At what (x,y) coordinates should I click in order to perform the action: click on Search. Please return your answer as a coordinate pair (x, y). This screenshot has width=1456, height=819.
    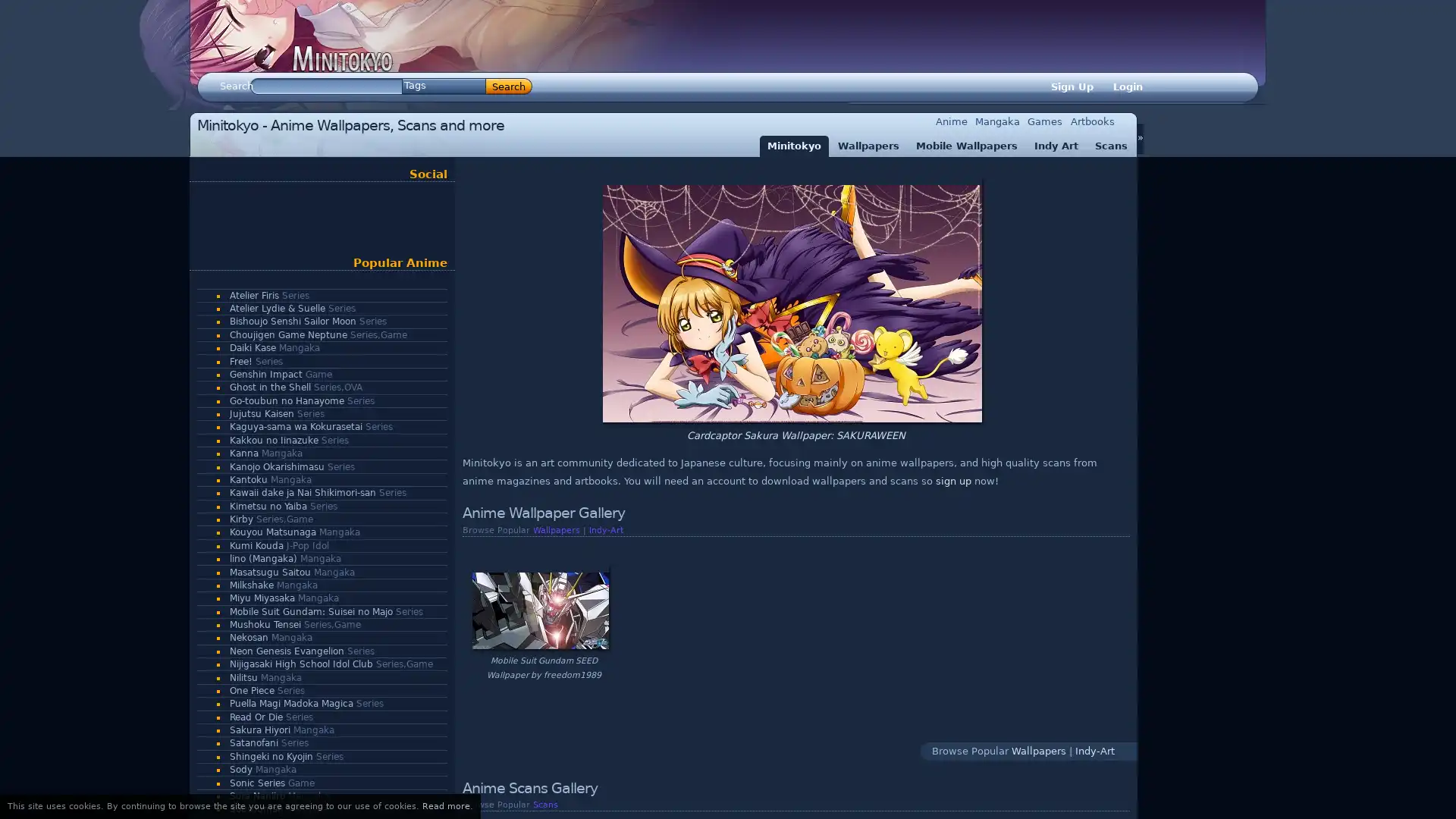
    Looking at the image, I should click on (509, 86).